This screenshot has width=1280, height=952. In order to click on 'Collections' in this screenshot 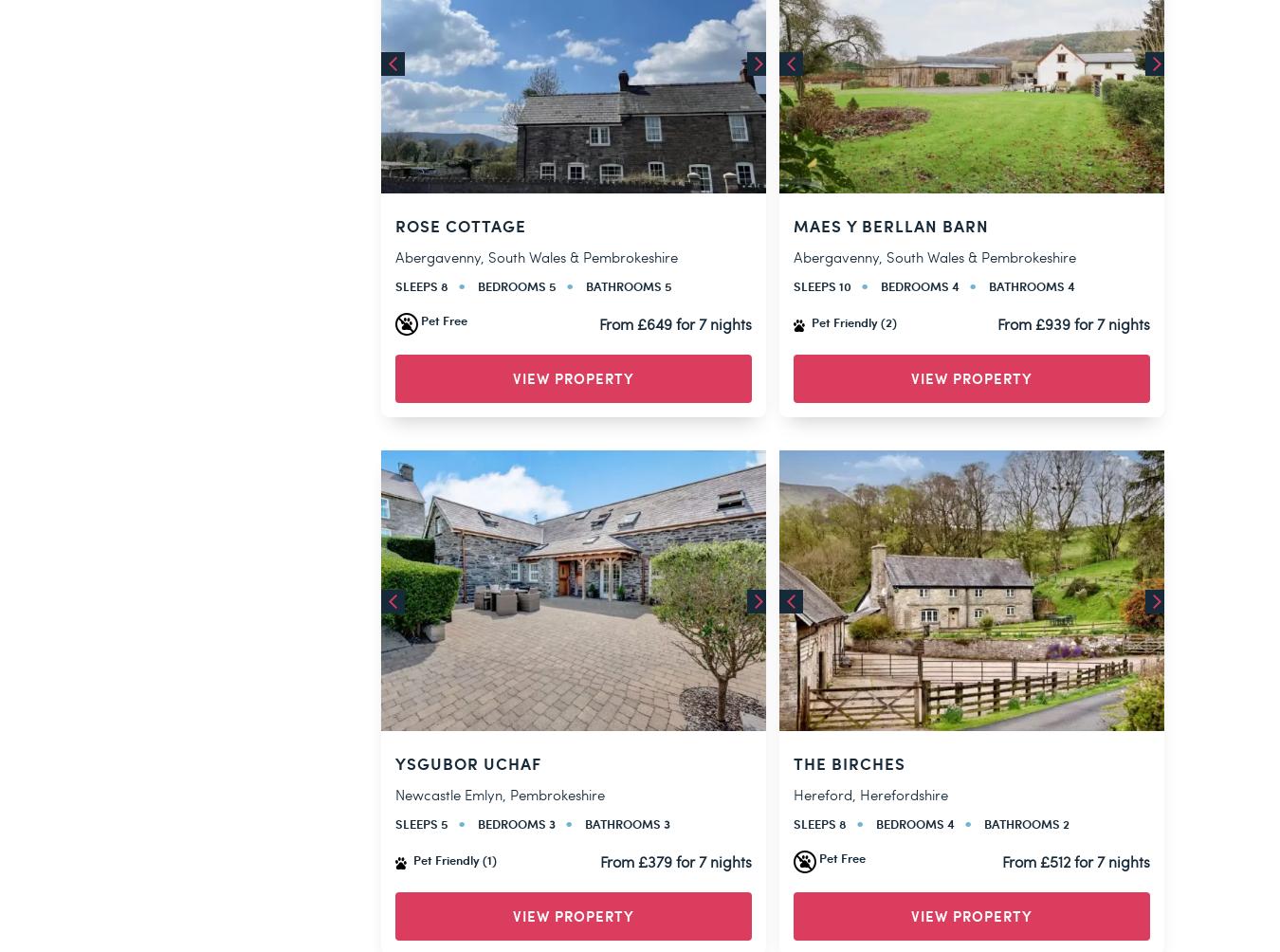, I will do `click(480, 719)`.